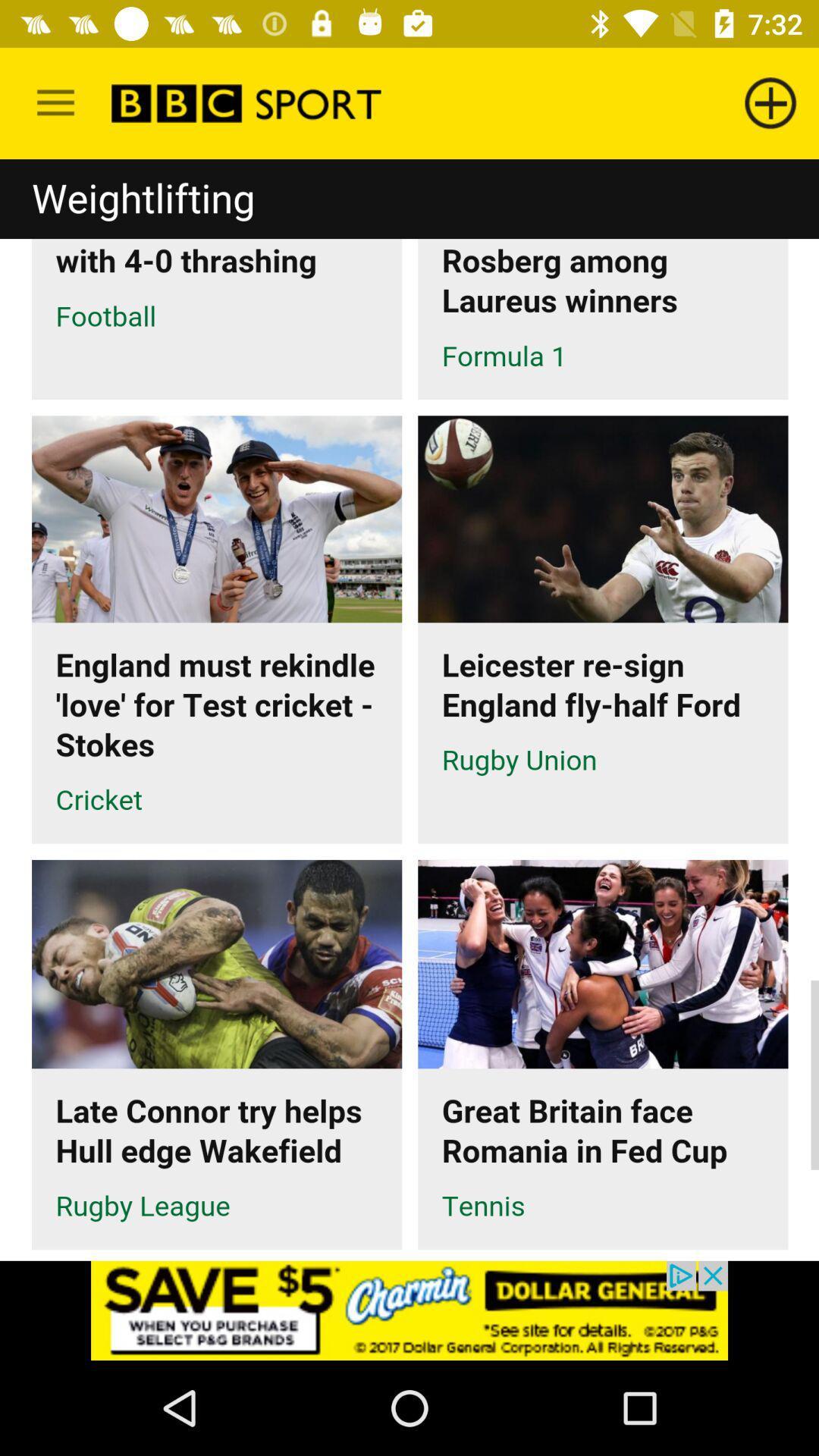 The height and width of the screenshot is (1456, 819). What do you see at coordinates (409, 709) in the screenshot?
I see `games` at bounding box center [409, 709].